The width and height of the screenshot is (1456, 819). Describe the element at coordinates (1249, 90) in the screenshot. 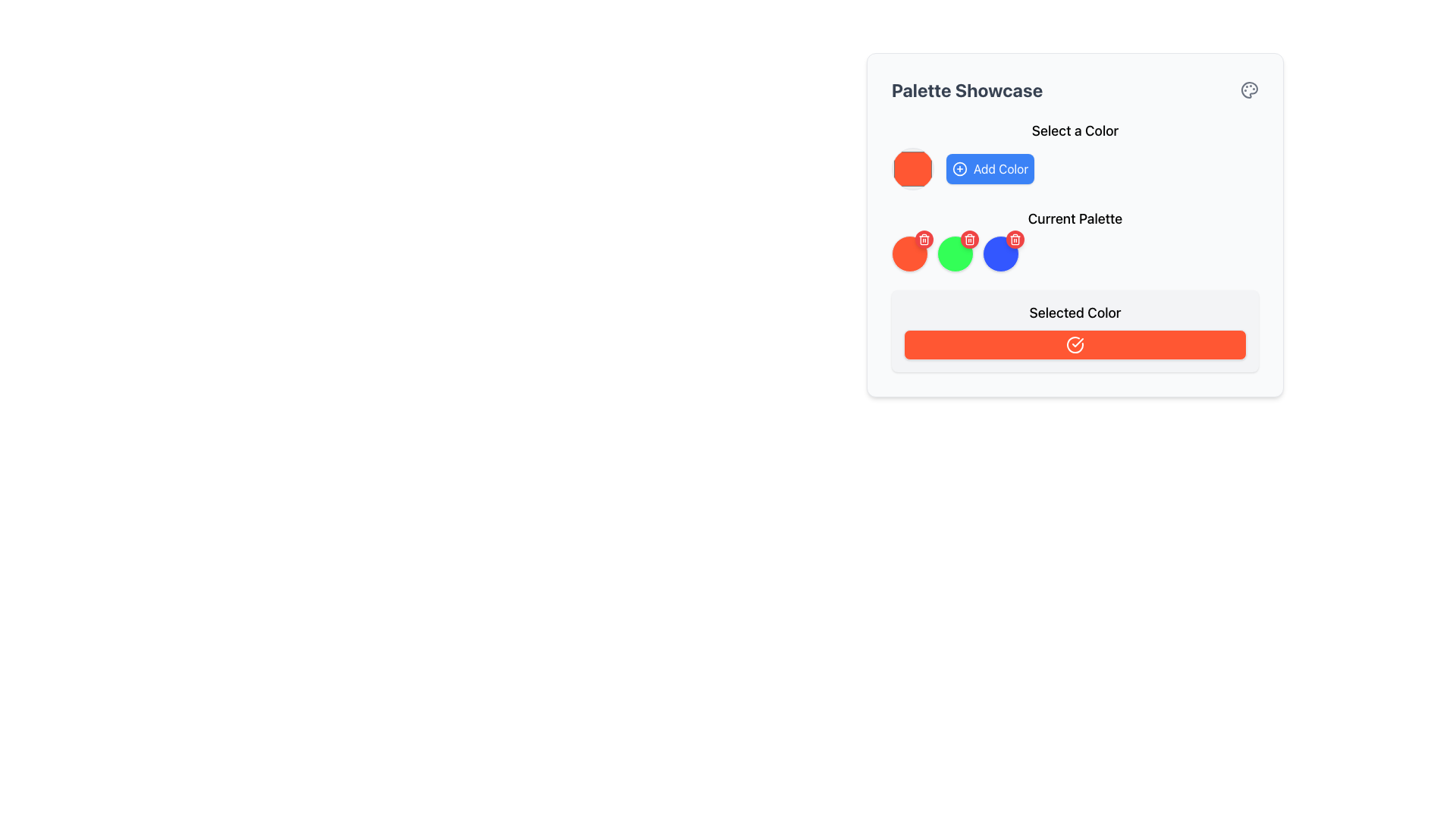

I see `the paint palette icon located in the top-right corner of the color selector panel, which symbolizes color selection functionalities` at that location.